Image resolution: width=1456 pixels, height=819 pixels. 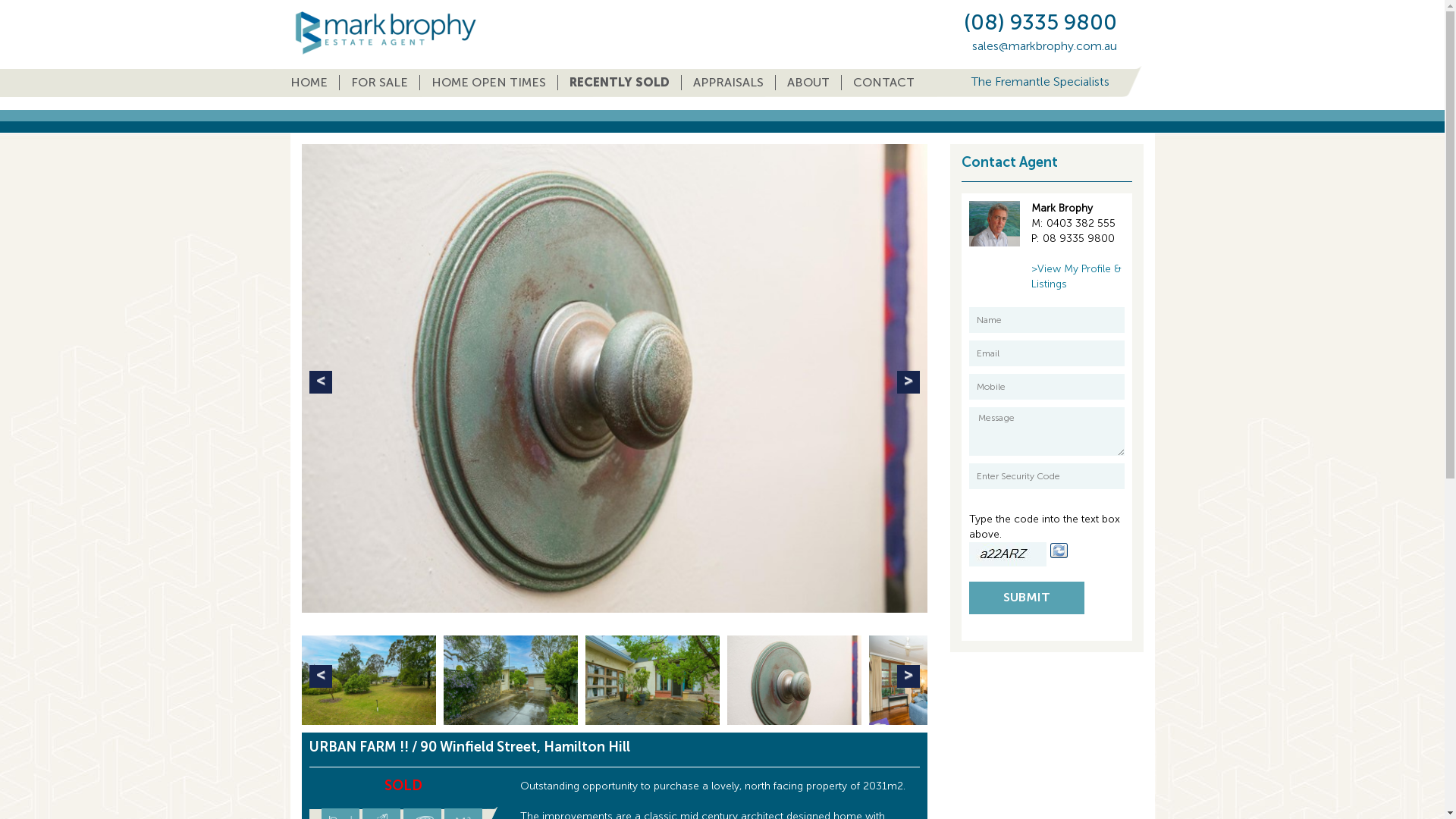 I want to click on 'RECENTLY SOLD', so click(x=620, y=82).